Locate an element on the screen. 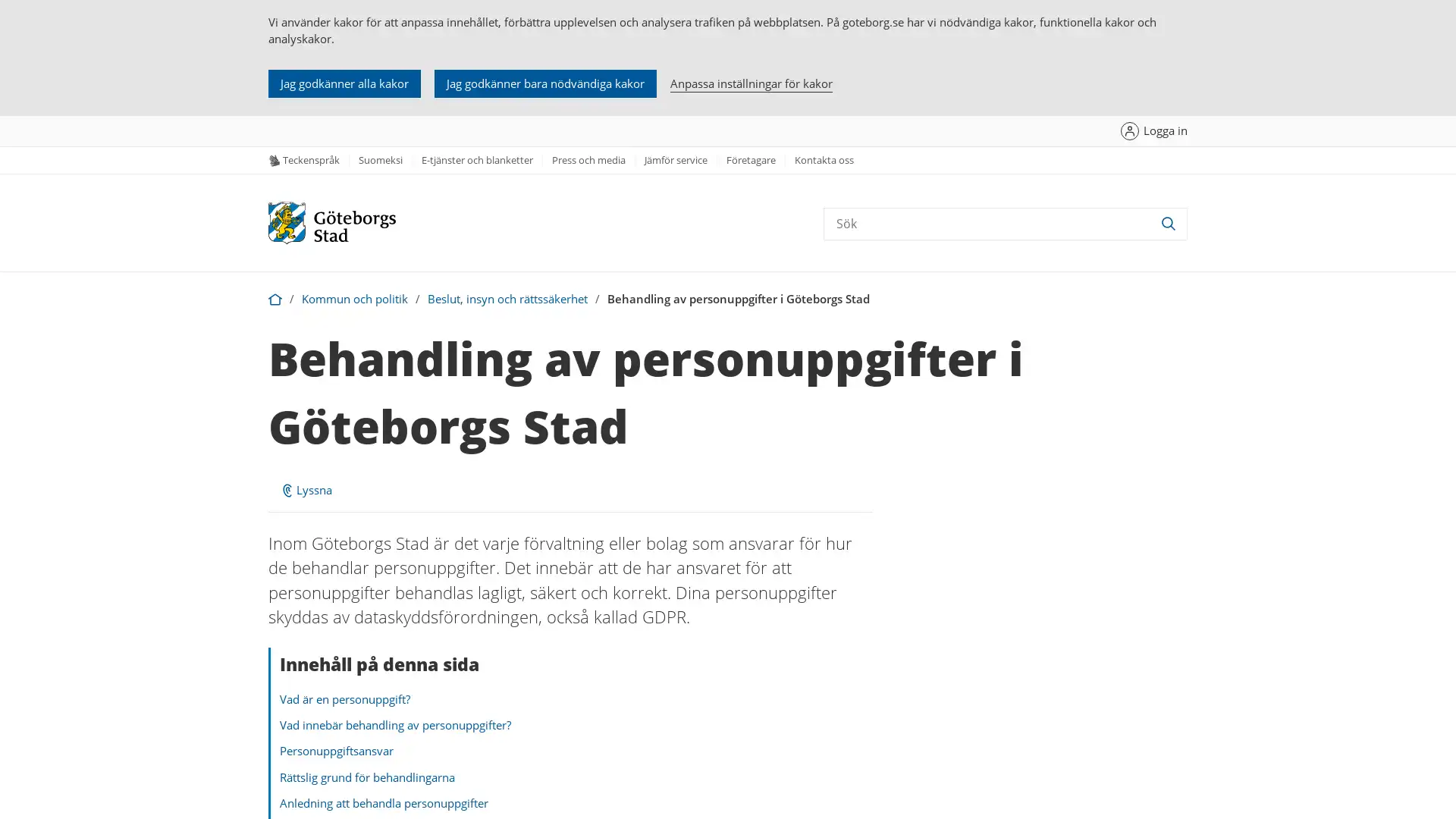 Image resolution: width=1456 pixels, height=819 pixels. ReadSpeaker webReader: Lyssna med webReader is located at coordinates (305, 489).